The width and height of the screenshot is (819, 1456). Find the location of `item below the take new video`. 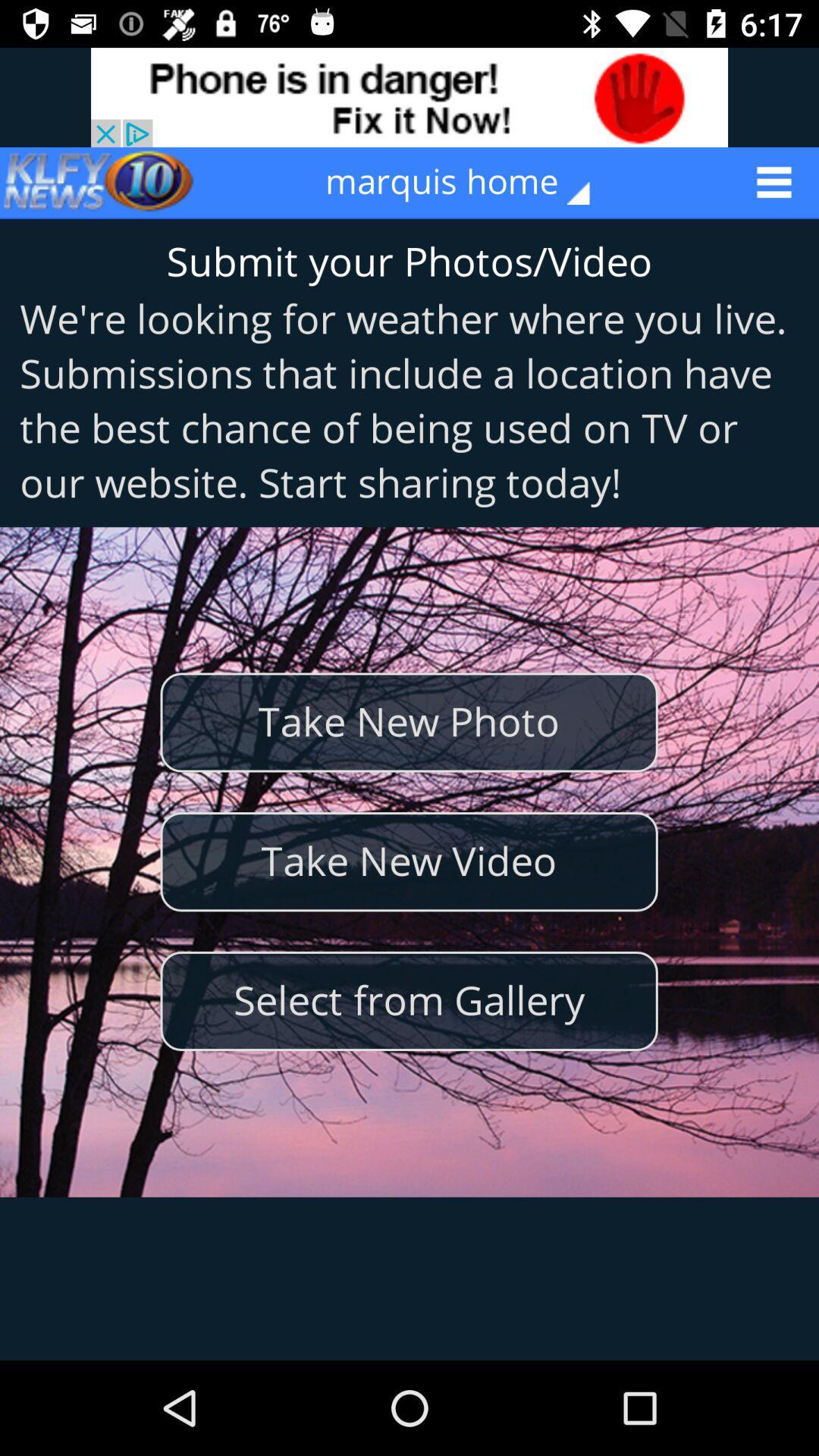

item below the take new video is located at coordinates (408, 1001).